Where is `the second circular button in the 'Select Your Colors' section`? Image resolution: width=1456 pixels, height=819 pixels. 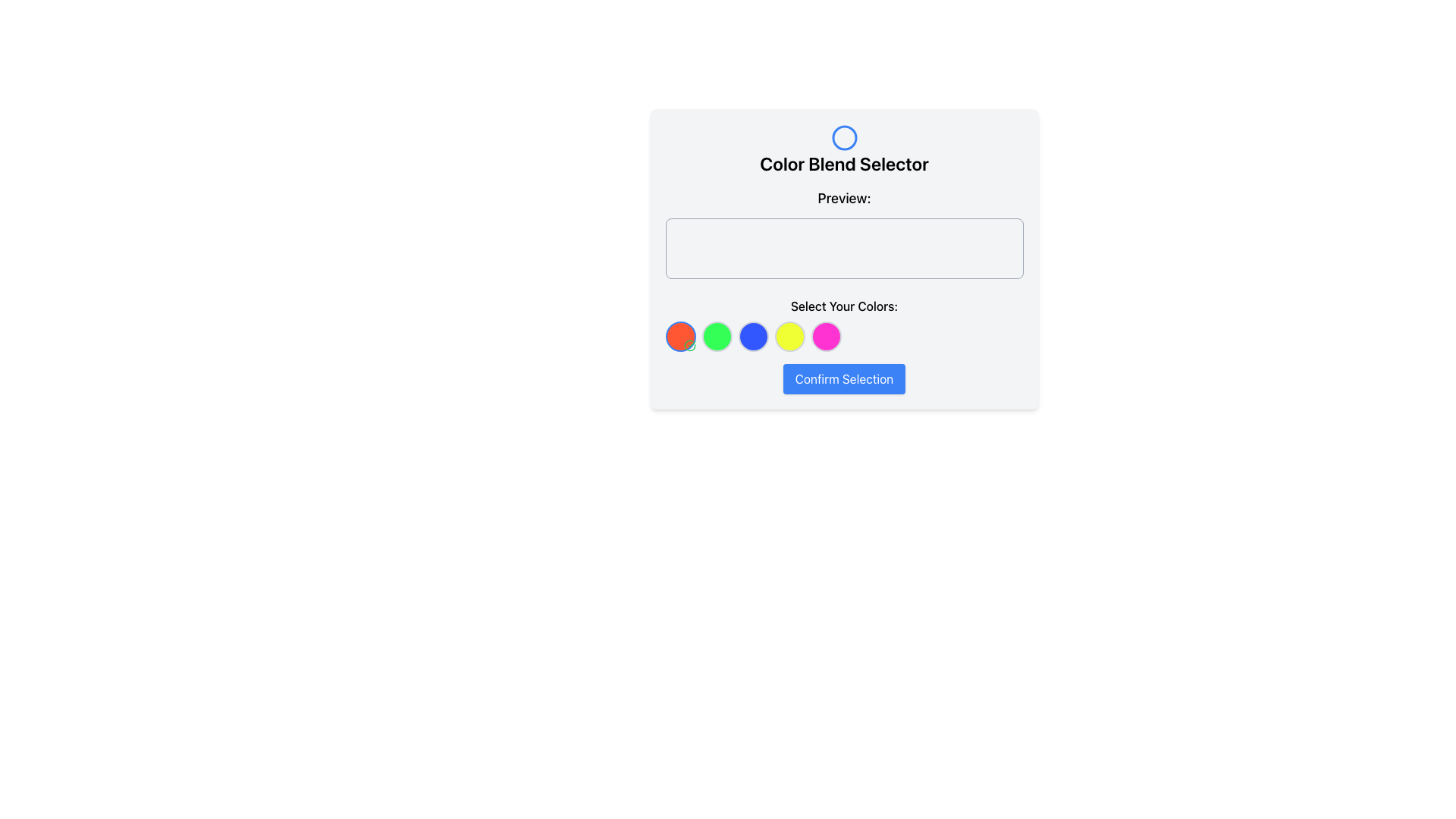
the second circular button in the 'Select Your Colors' section is located at coordinates (716, 335).